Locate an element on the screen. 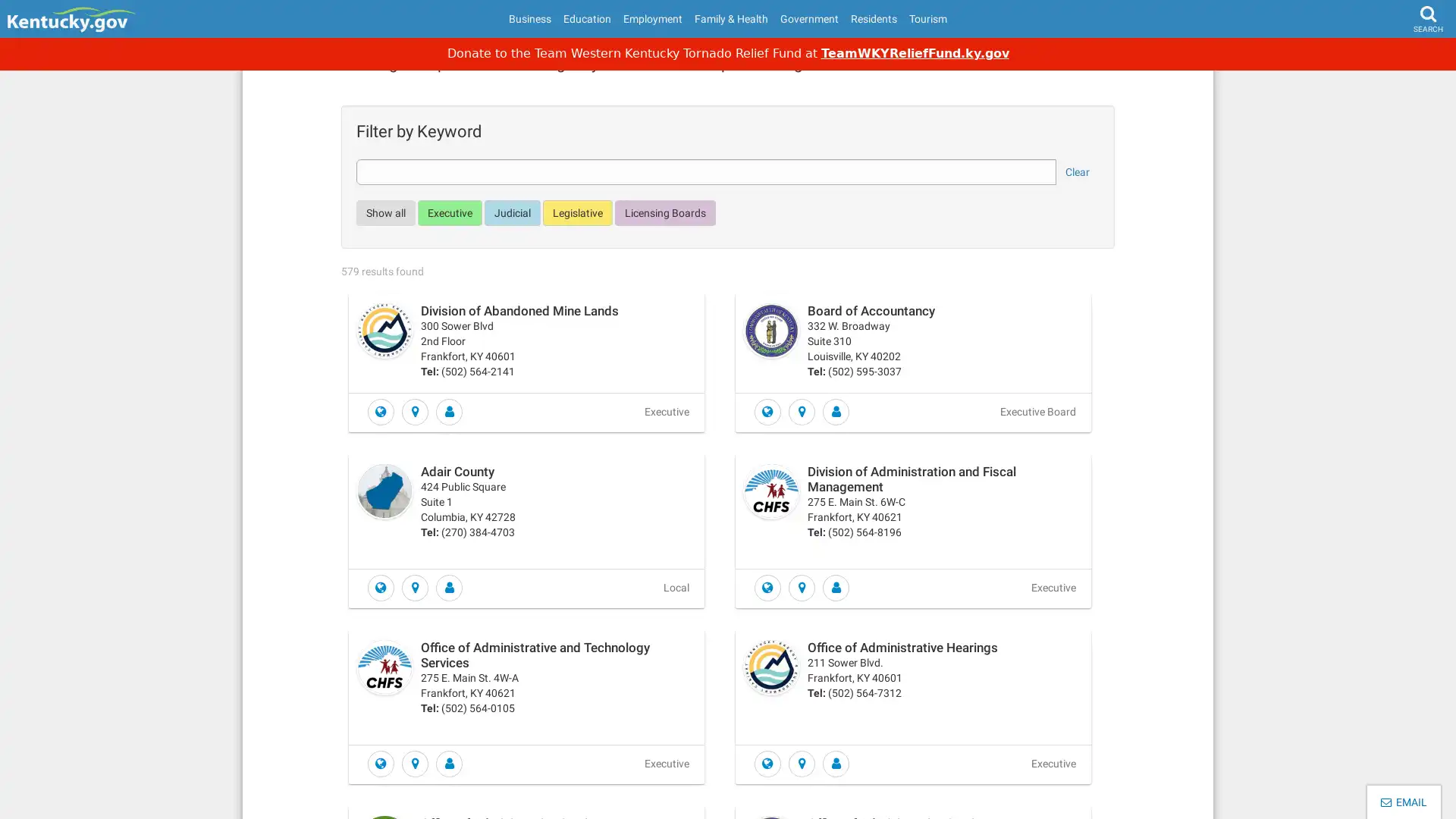  Executive is located at coordinates (449, 213).